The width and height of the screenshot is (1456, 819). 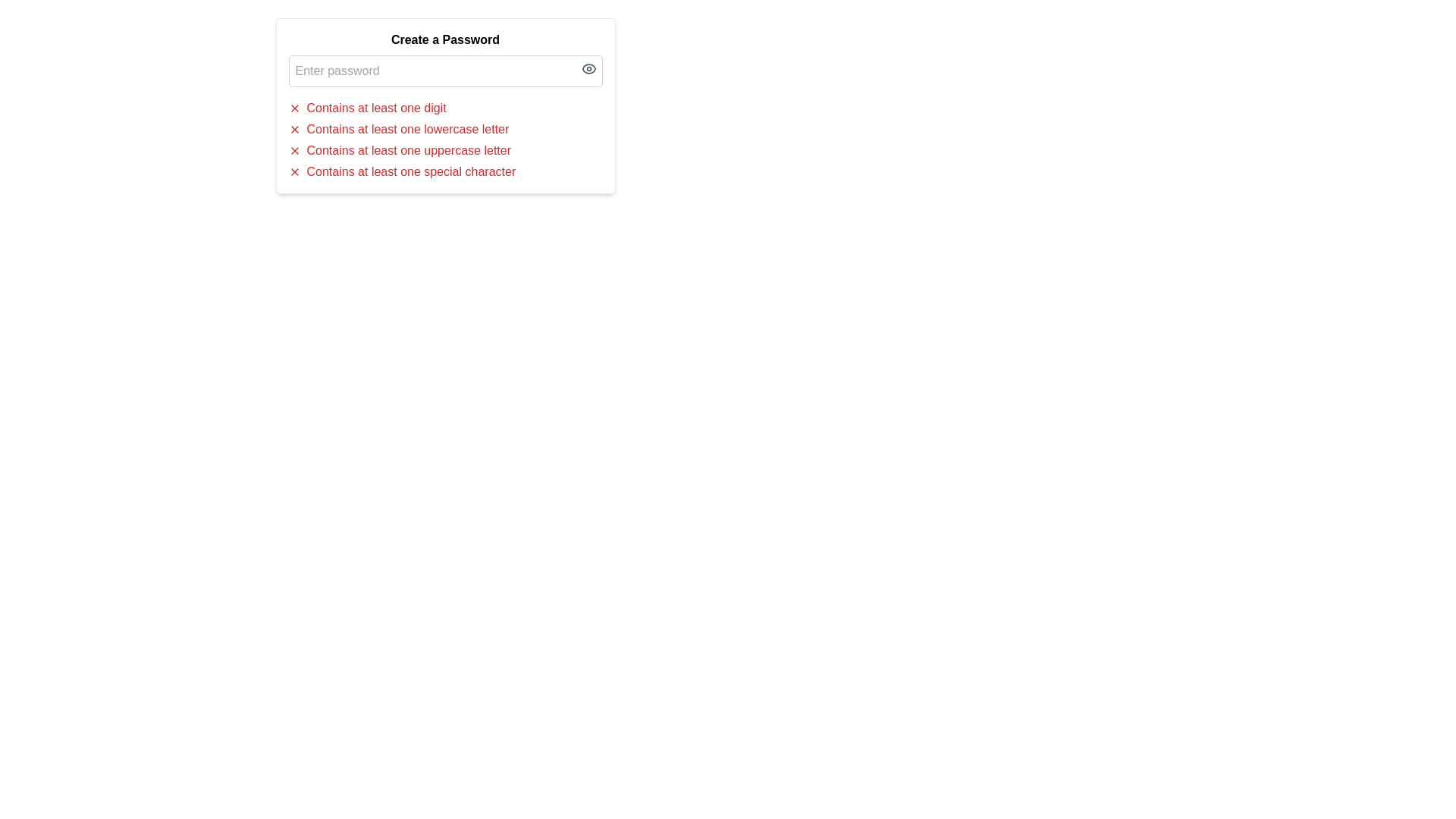 I want to click on the text label reading 'Contains at least one uppercase letter' in red font, which is the third item in the list of guidelines in the 'Create a Password' section, so click(x=409, y=151).